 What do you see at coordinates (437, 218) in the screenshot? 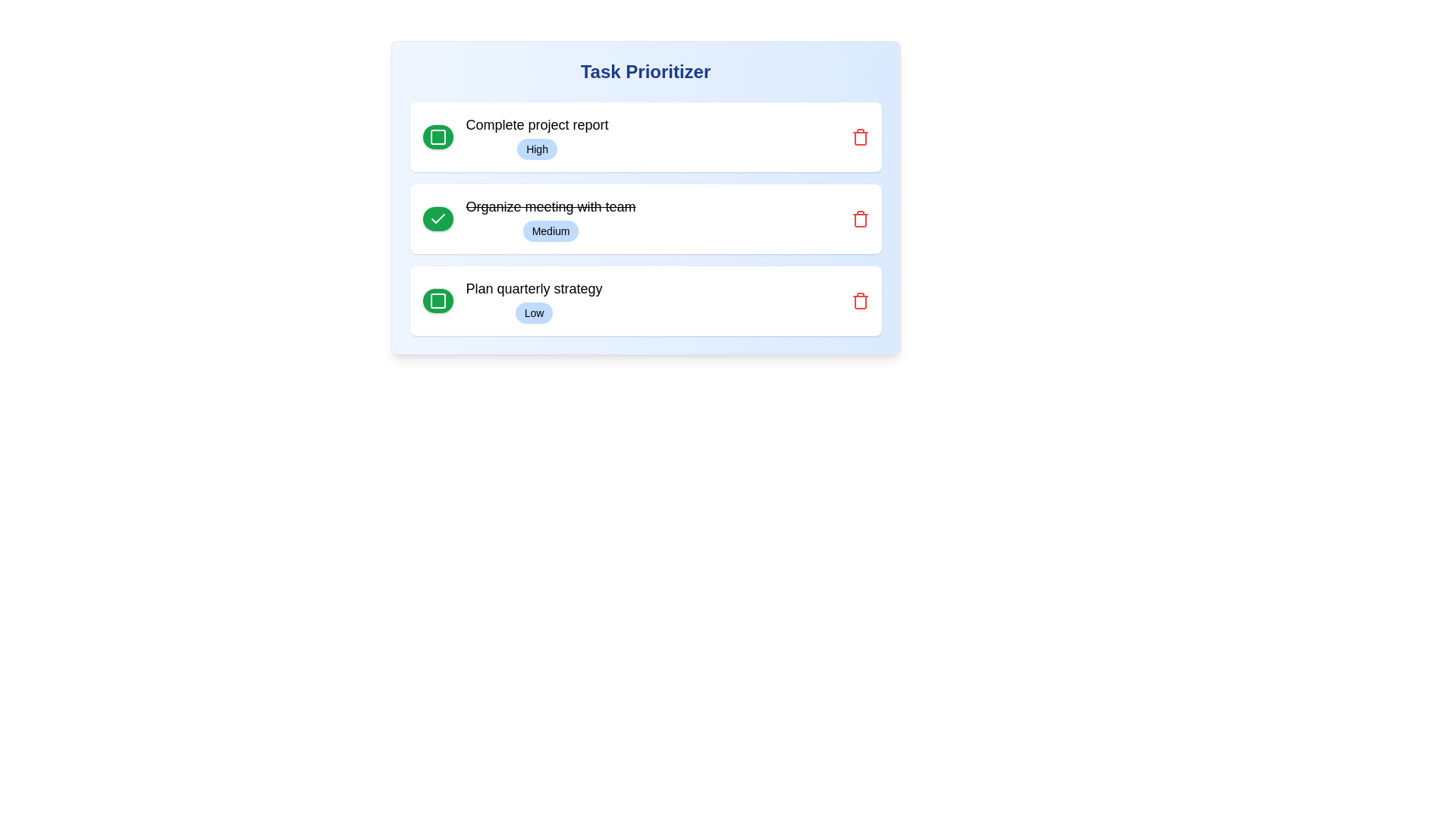
I see `the second checkmark icon in the task manager interface, which is adjacent to the text 'Organize meeting with team' and has a green circular background` at bounding box center [437, 218].